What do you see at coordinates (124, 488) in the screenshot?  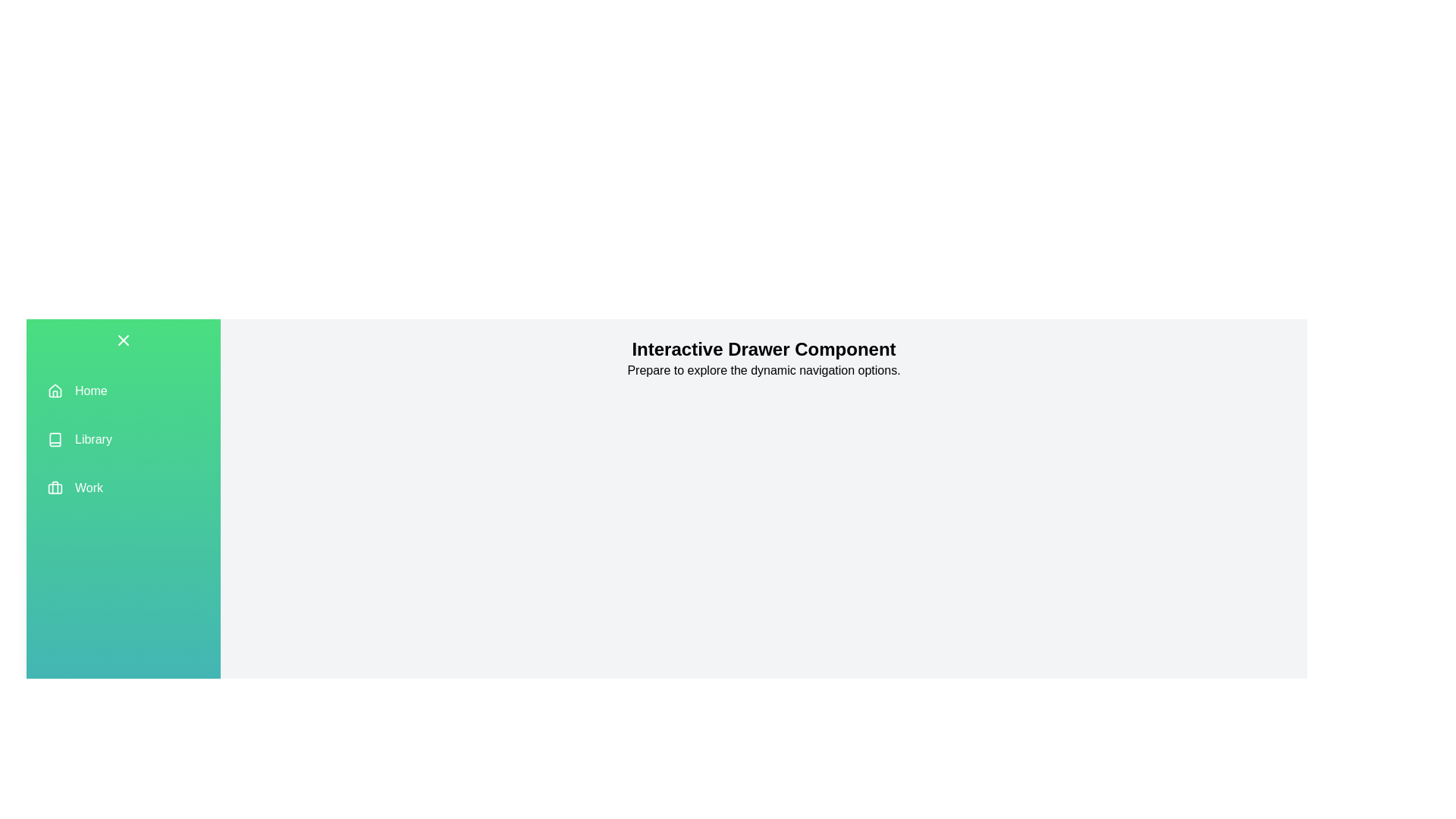 I see `the menu item Work to observe its hover effect` at bounding box center [124, 488].